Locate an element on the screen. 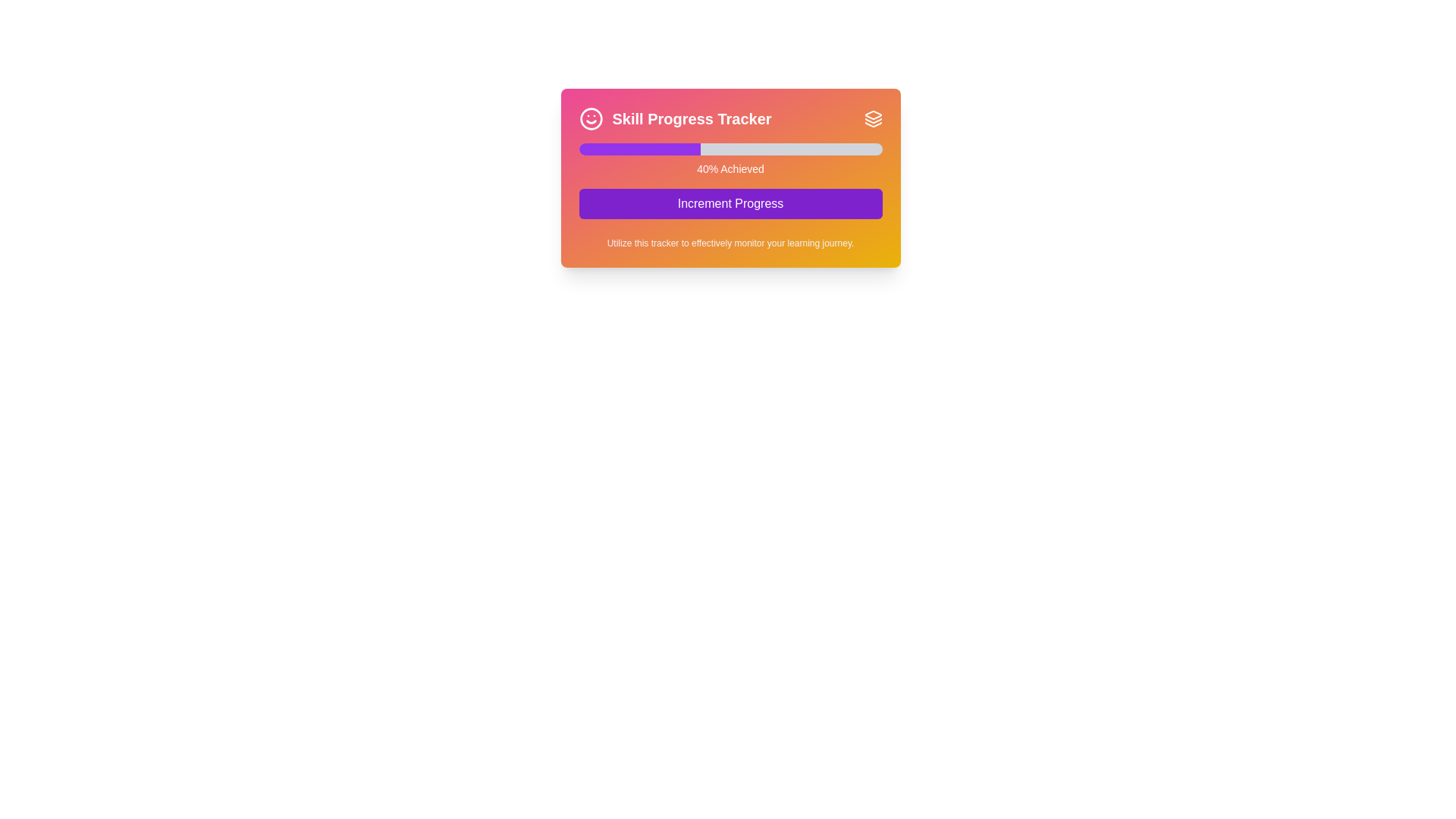 Image resolution: width=1456 pixels, height=819 pixels. the Circle (SVG Element) that forms the outer boundary of the smiley face icon in the top left corner of the 'Skill Progress Tracker' card is located at coordinates (590, 118).